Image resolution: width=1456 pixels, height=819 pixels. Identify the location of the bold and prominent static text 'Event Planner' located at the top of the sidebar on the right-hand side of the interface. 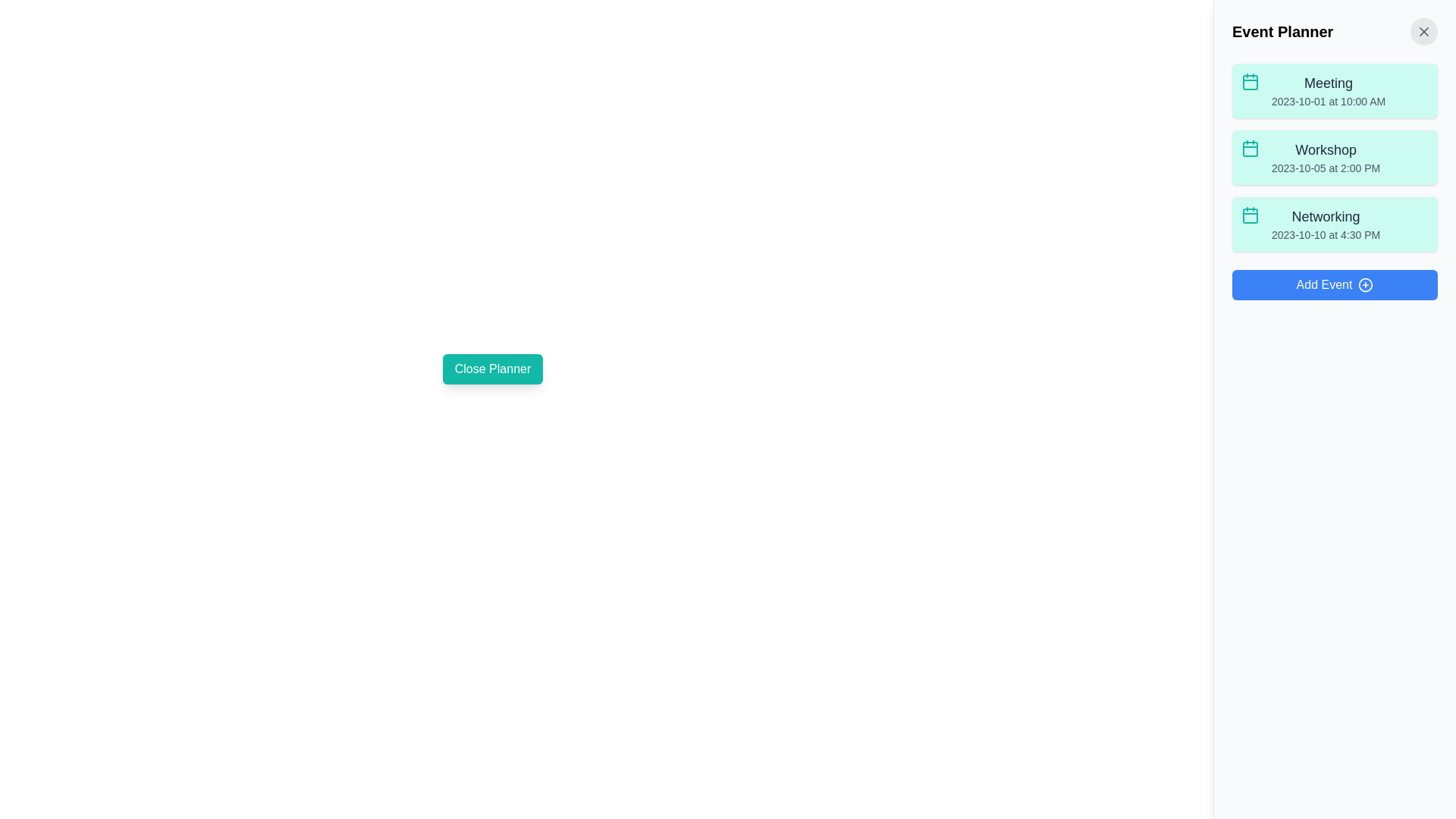
(1282, 32).